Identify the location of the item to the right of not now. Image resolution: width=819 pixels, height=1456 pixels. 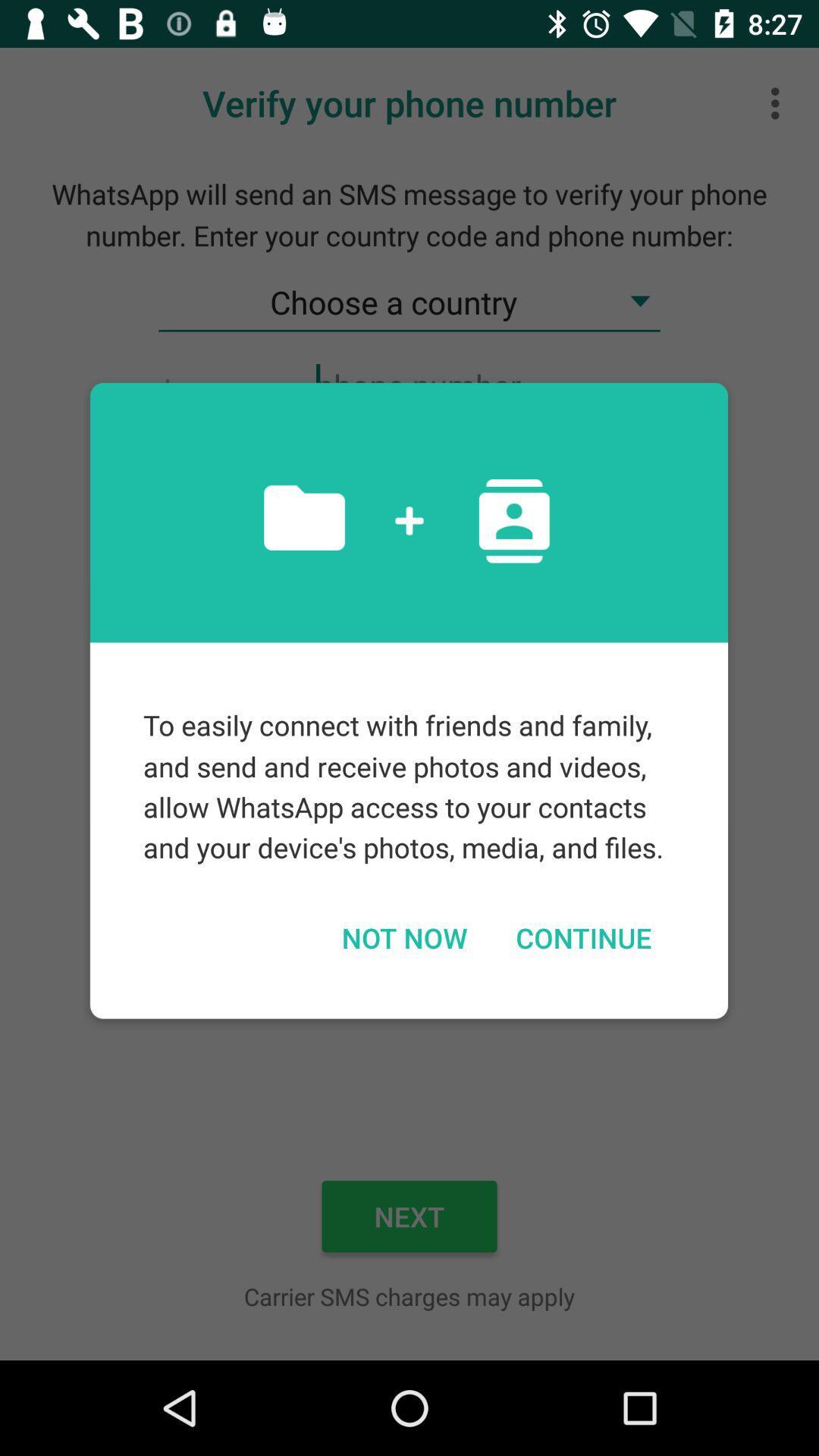
(582, 937).